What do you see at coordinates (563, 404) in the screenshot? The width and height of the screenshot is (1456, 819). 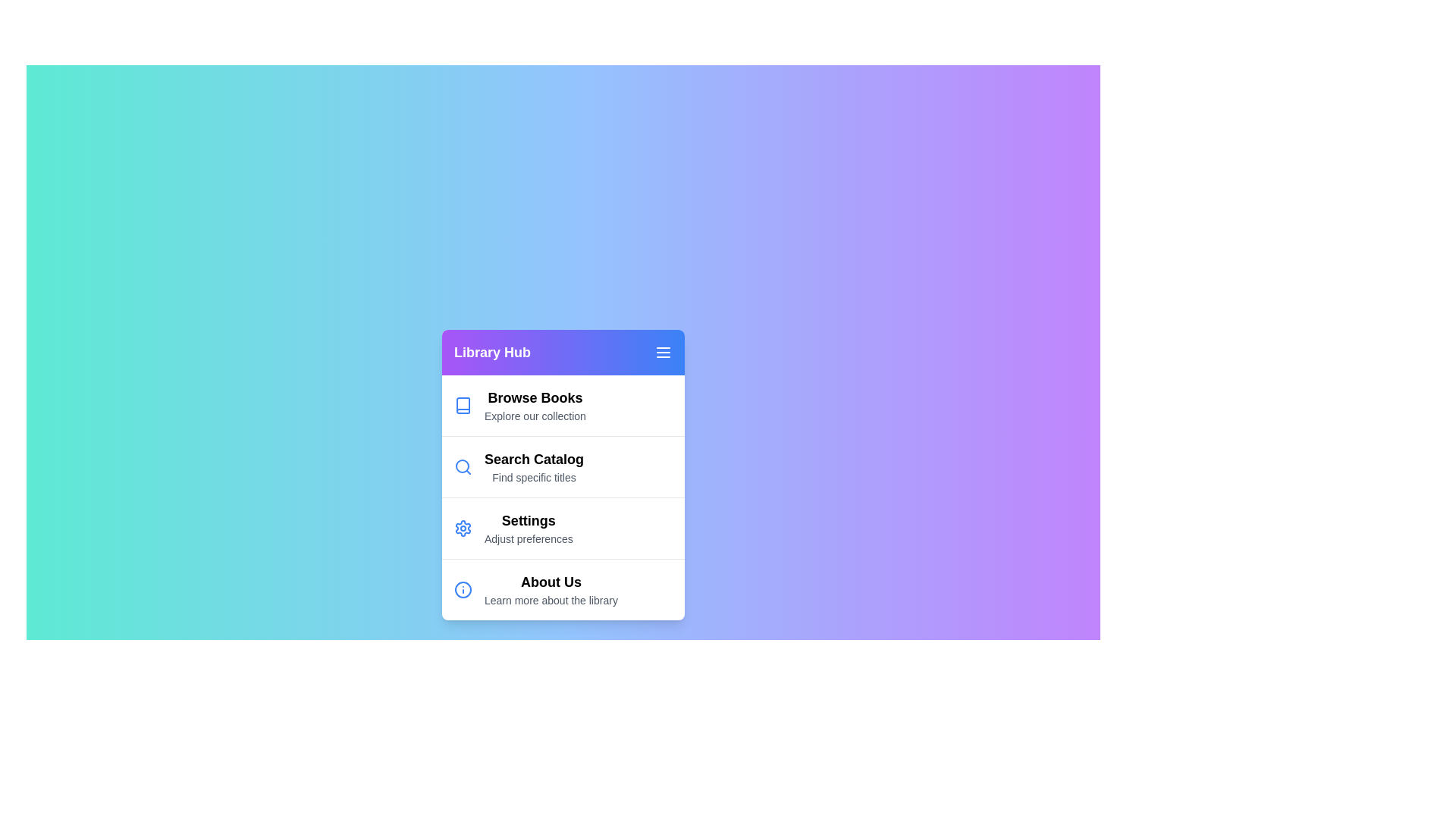 I see `the menu item labeled 'Browse Books' to highlight it` at bounding box center [563, 404].